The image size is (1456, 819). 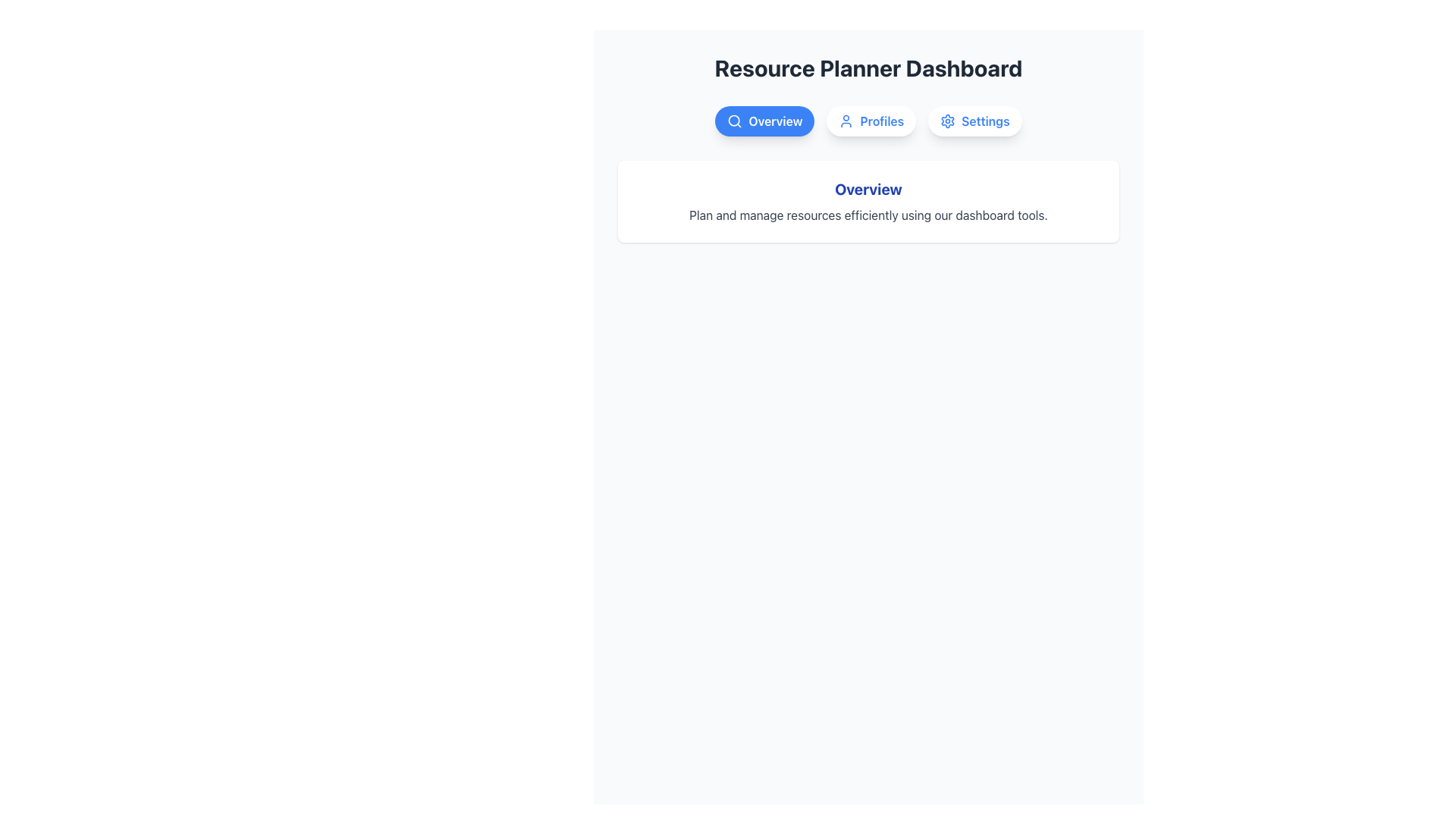 I want to click on the 'Profiles' navigation button, which is a horizontally-aligned button with blue text and a user icon, so click(x=868, y=120).